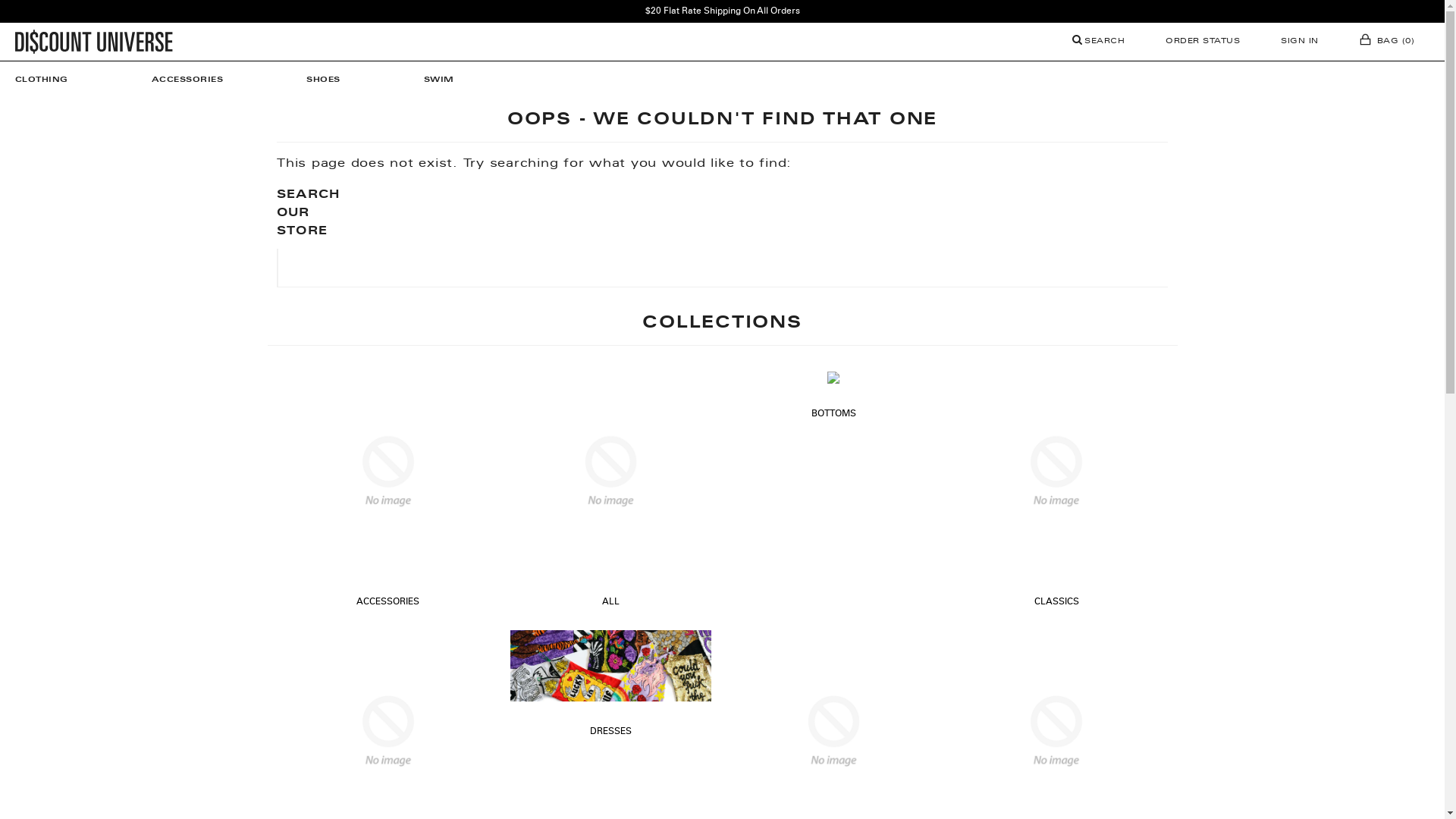 The height and width of the screenshot is (819, 1456). I want to click on 'ALL', so click(610, 601).